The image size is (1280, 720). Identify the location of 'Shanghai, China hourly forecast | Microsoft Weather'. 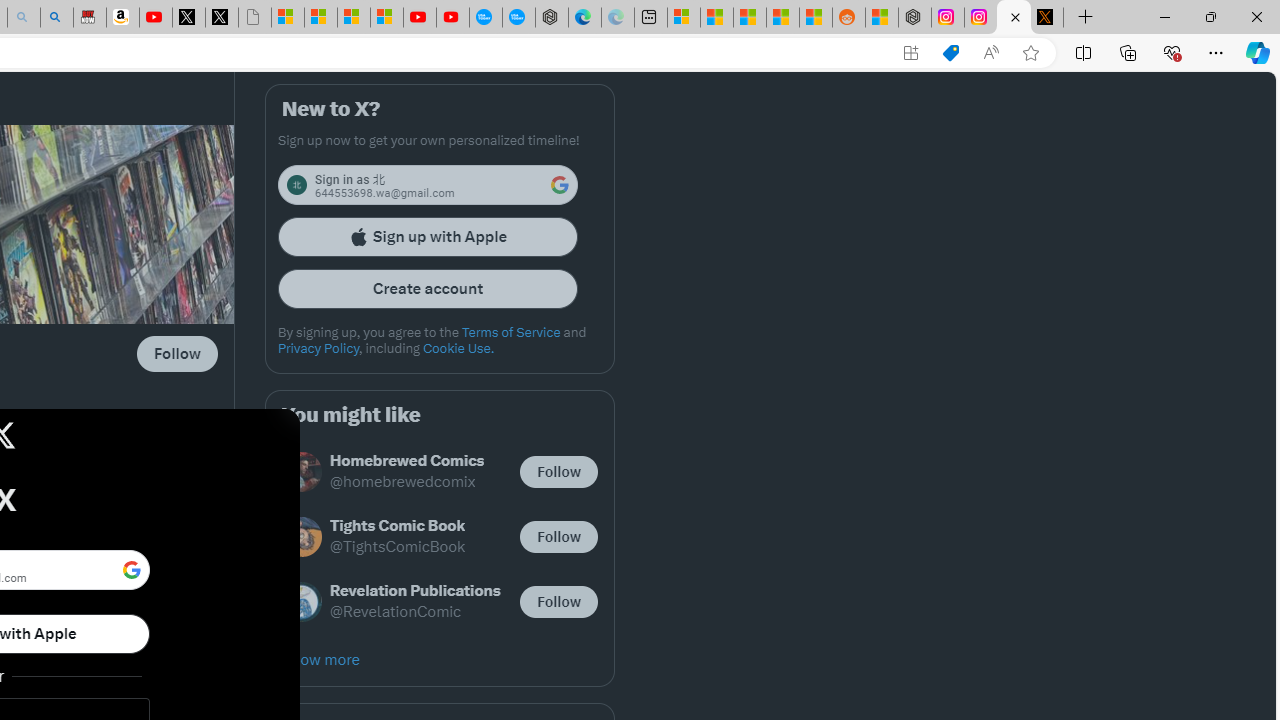
(748, 17).